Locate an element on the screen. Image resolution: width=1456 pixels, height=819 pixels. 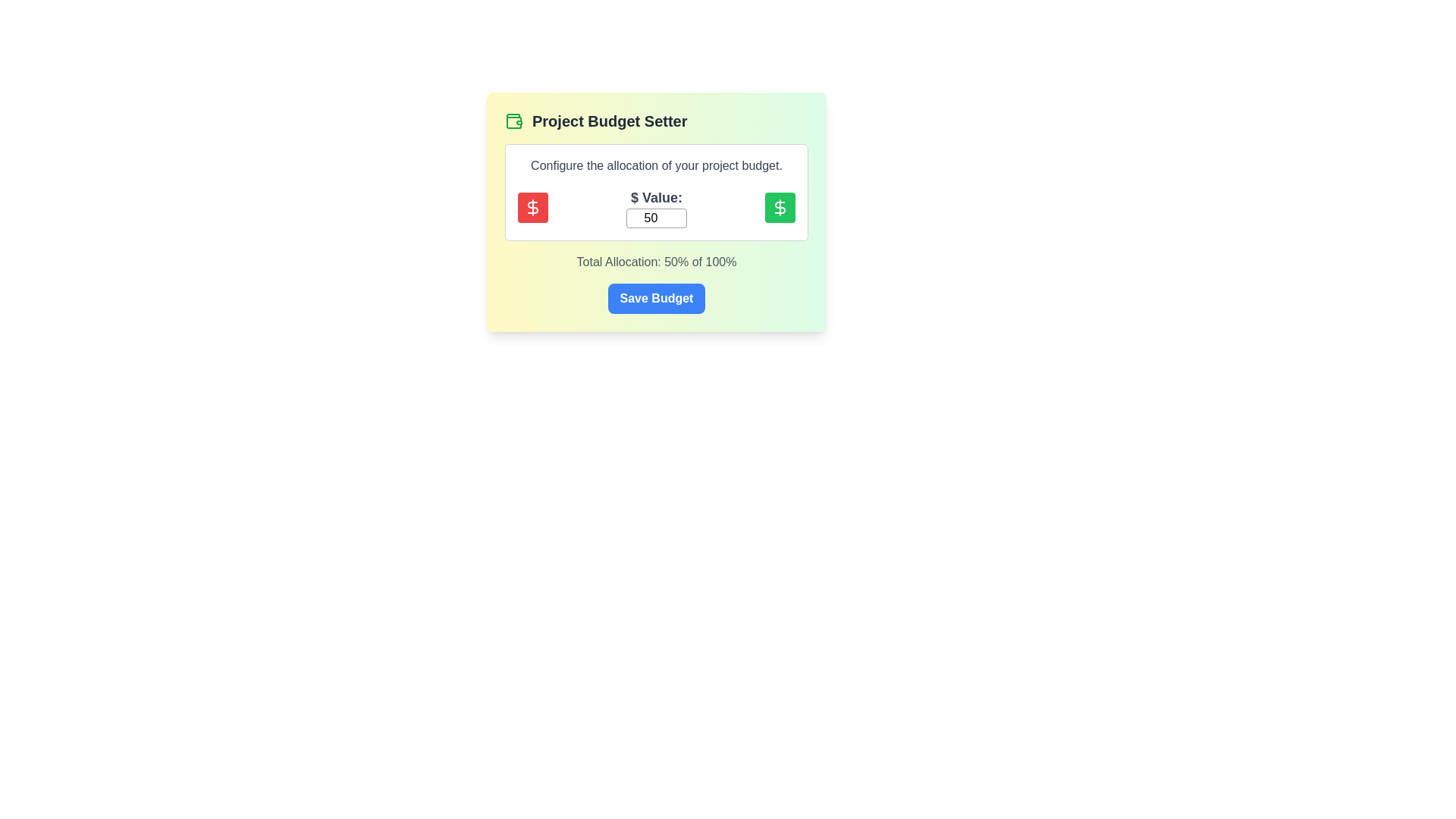
the Number input box element, which is a small rectangular box with rounded corners and a light gray border, located below the label '$ Value:' and between a red button on the left and a green button on the right is located at coordinates (656, 218).